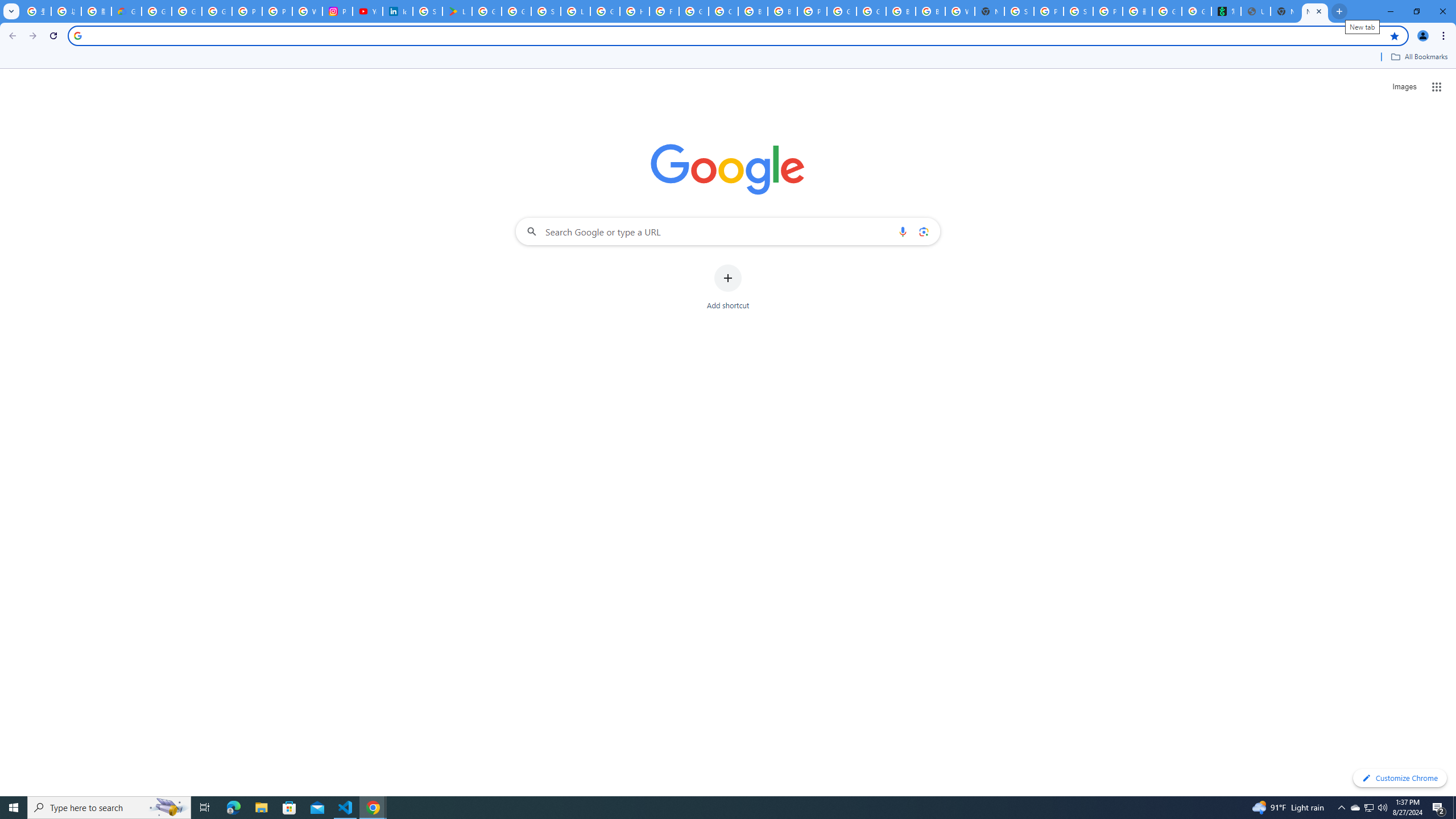 The width and height of the screenshot is (1456, 819). What do you see at coordinates (900, 11) in the screenshot?
I see `'Browse Chrome as a guest - Computer - Google Chrome Help'` at bounding box center [900, 11].